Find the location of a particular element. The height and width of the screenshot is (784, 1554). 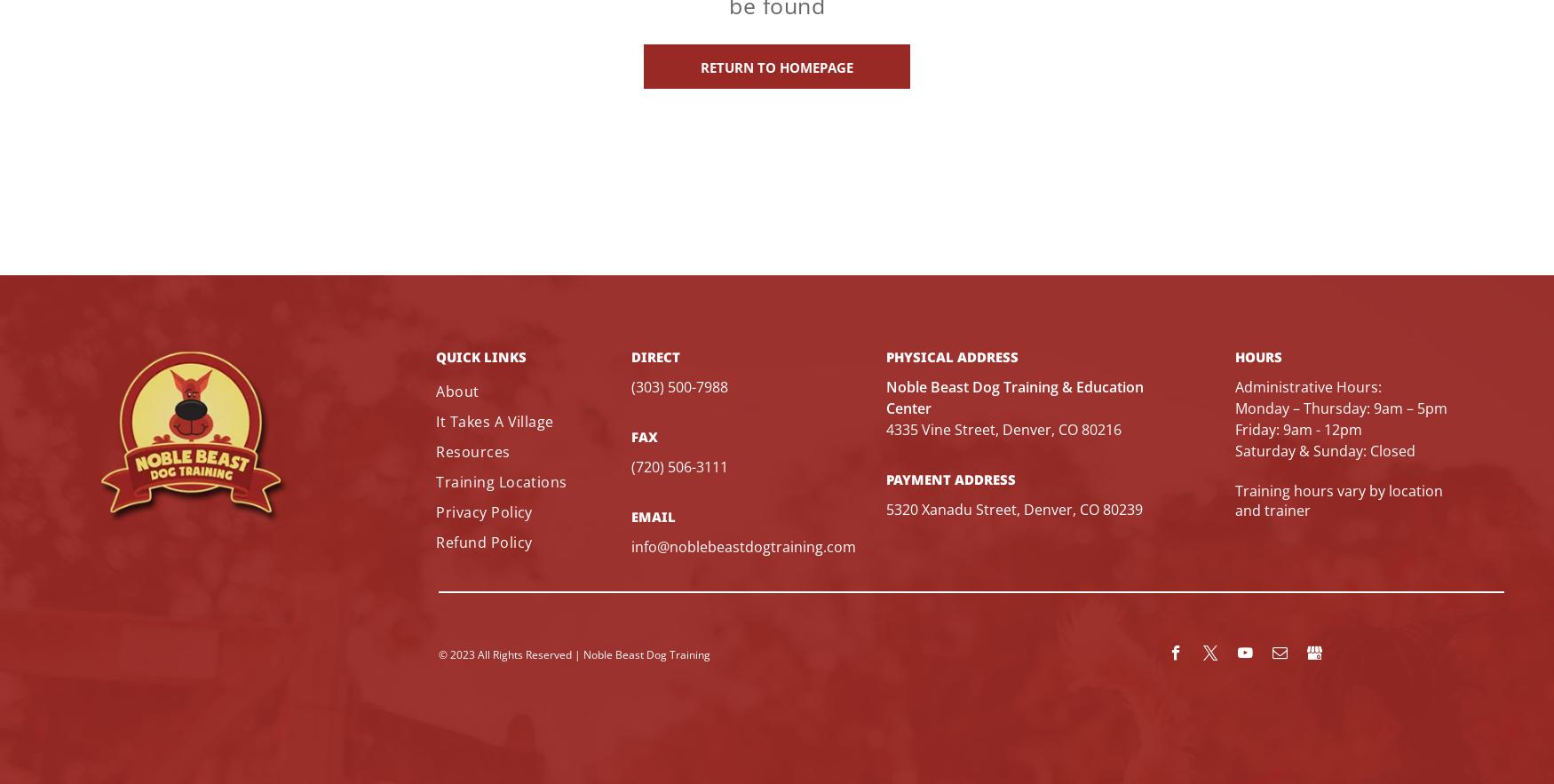

'Administrative Hours:' is located at coordinates (1308, 385).